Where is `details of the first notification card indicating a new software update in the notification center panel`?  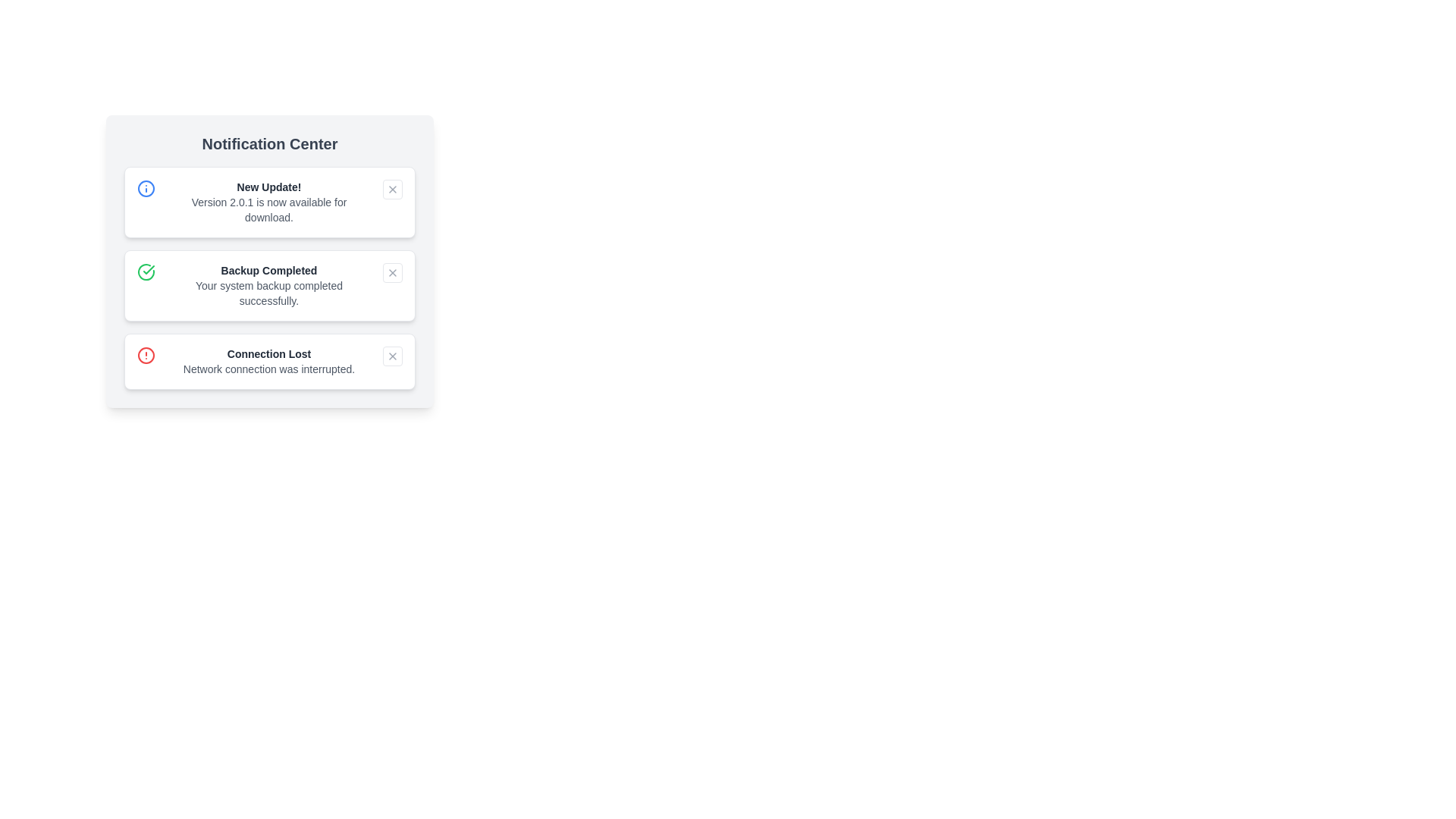 details of the first notification card indicating a new software update in the notification center panel is located at coordinates (269, 201).